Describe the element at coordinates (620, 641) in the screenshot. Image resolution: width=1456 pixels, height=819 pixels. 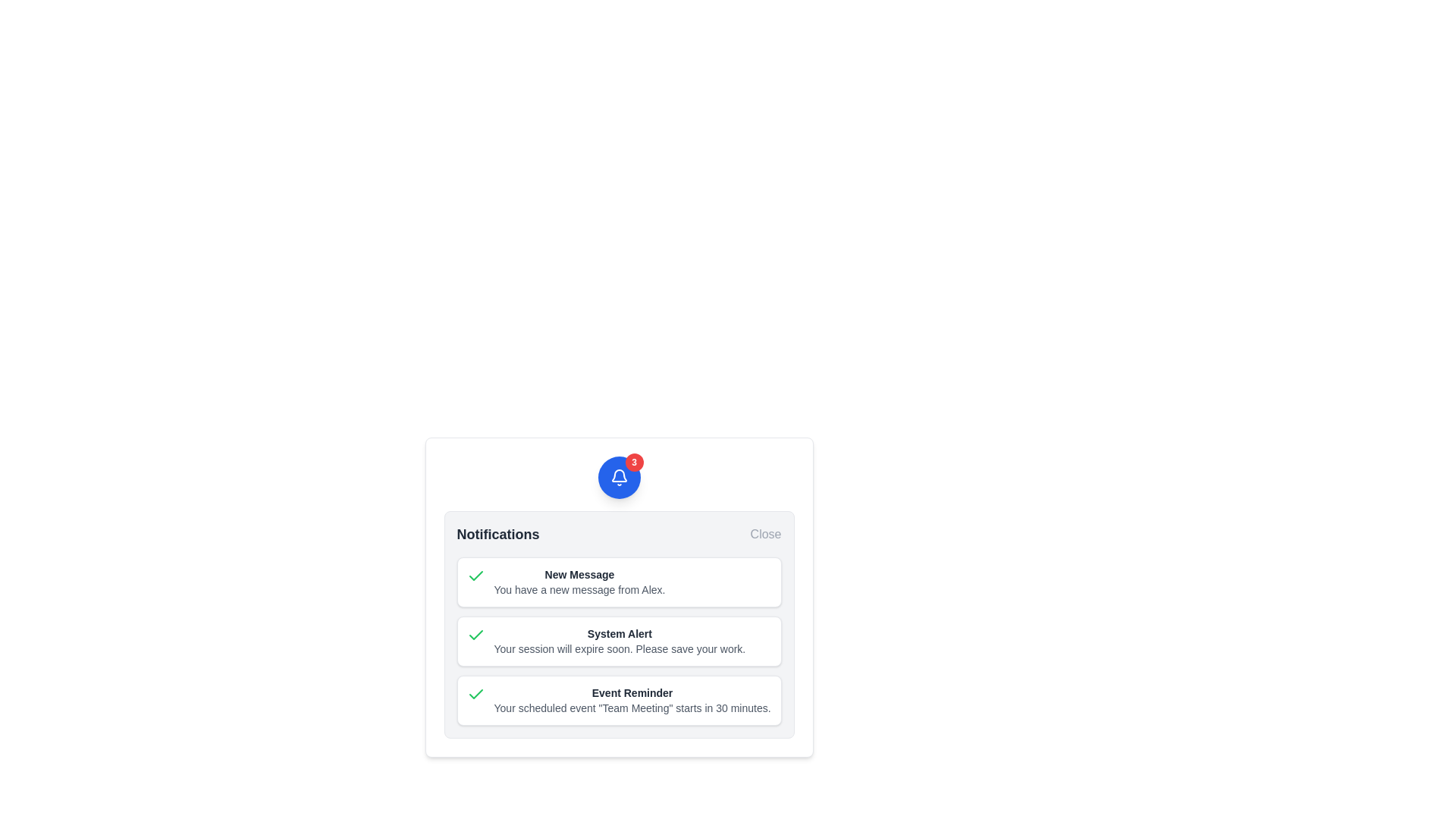
I see `the 'System Alert' notification card, which is the second notification in the panel` at that location.